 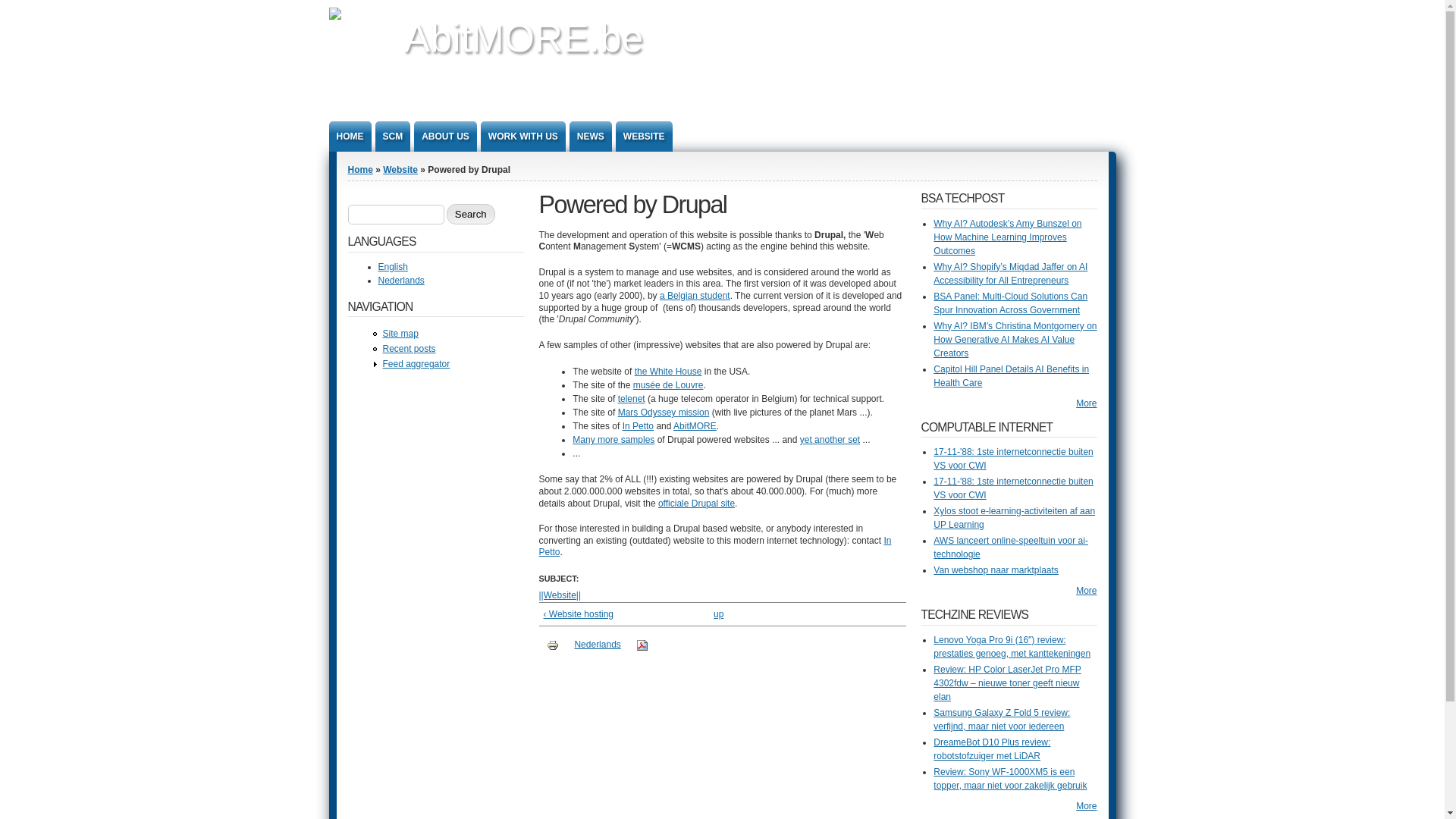 I want to click on 'telenet', so click(x=632, y=397).